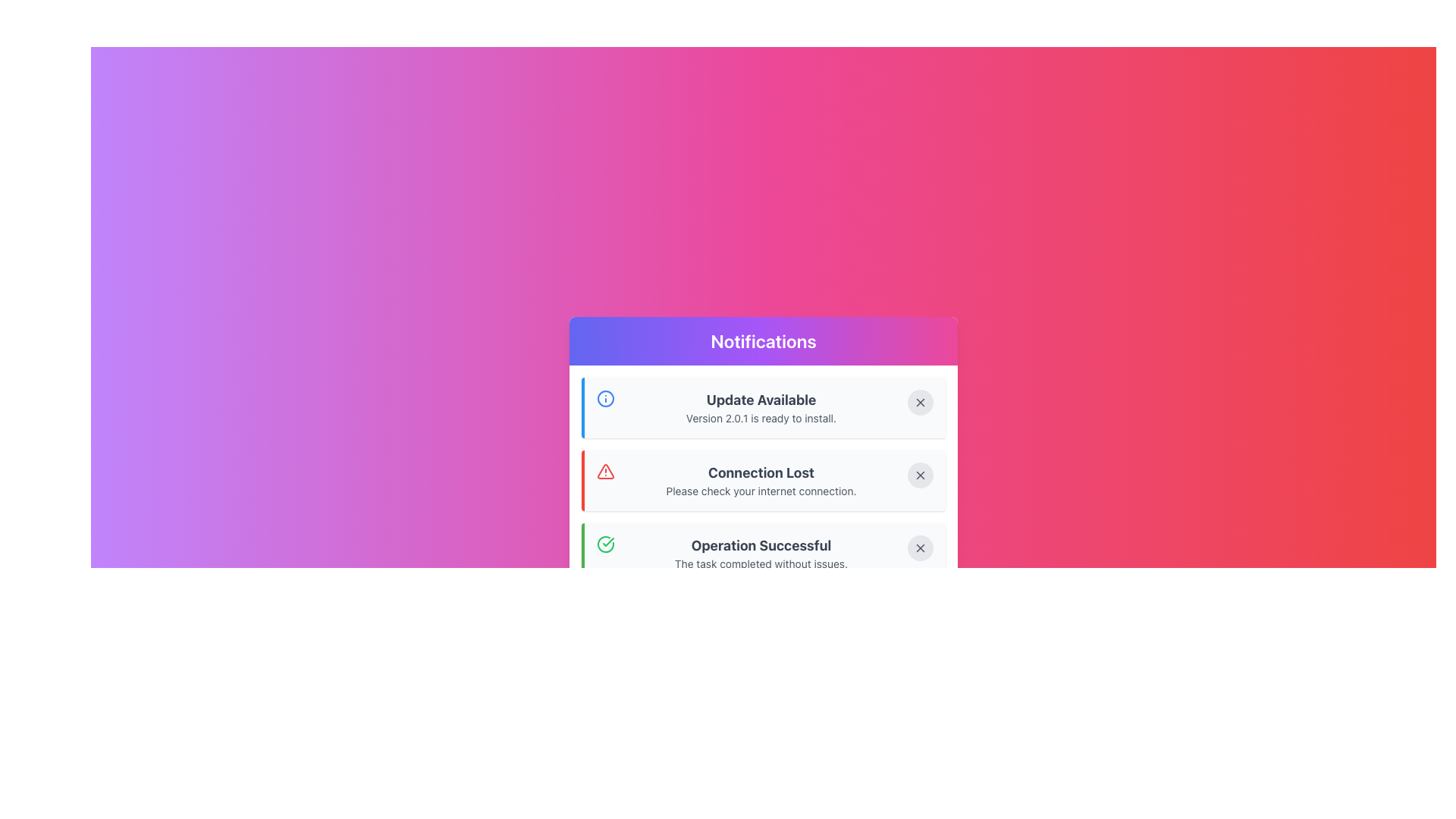  Describe the element at coordinates (920, 475) in the screenshot. I see `the circular button with a light gray background and a dark gray 'X' icon, located on the right side of the 'Connection Lost - Please check your internet connection.' notification block to observe styling changes` at that location.